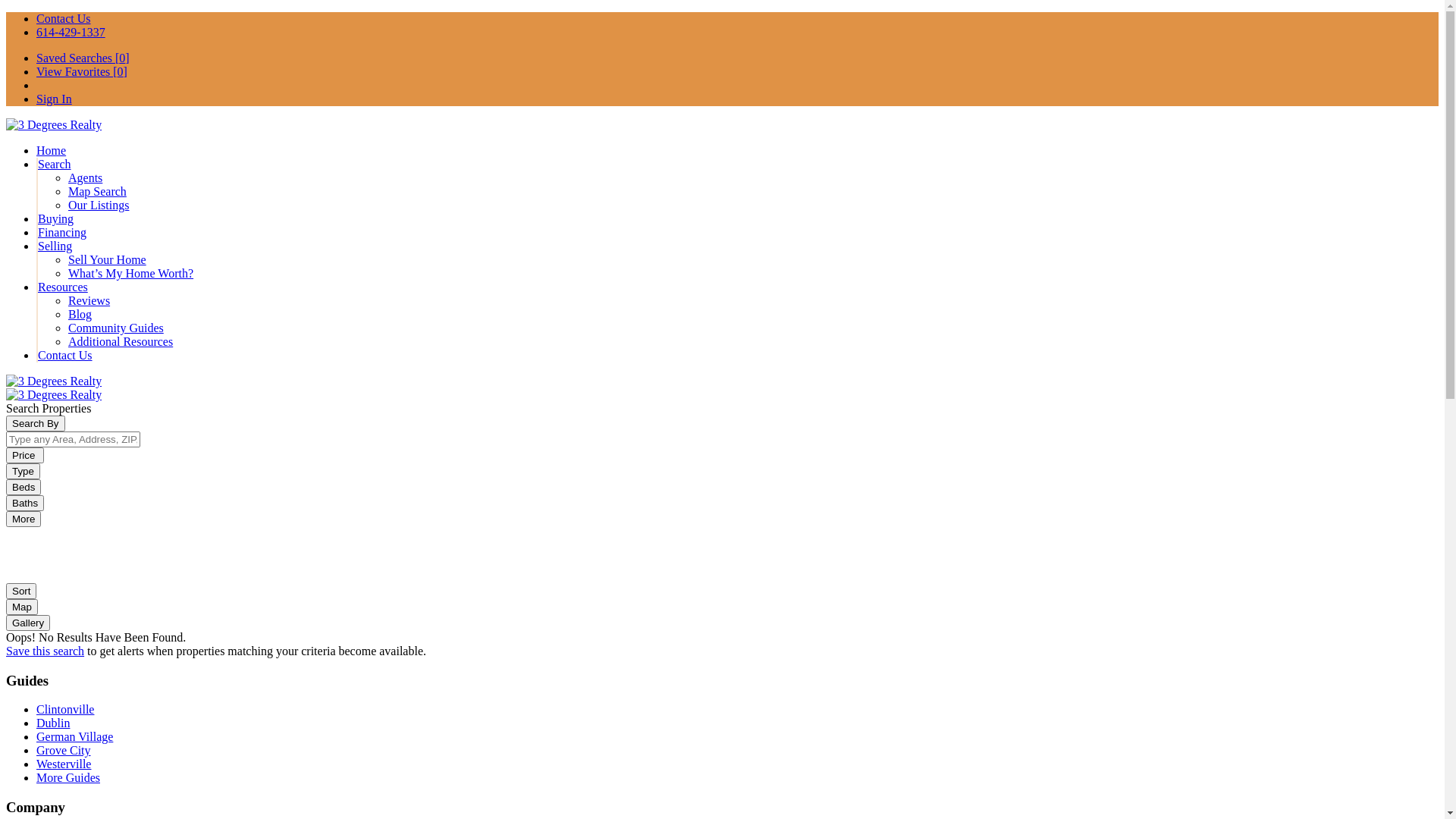 This screenshot has height=819, width=1456. Describe the element at coordinates (97, 205) in the screenshot. I see `'Our Listings'` at that location.